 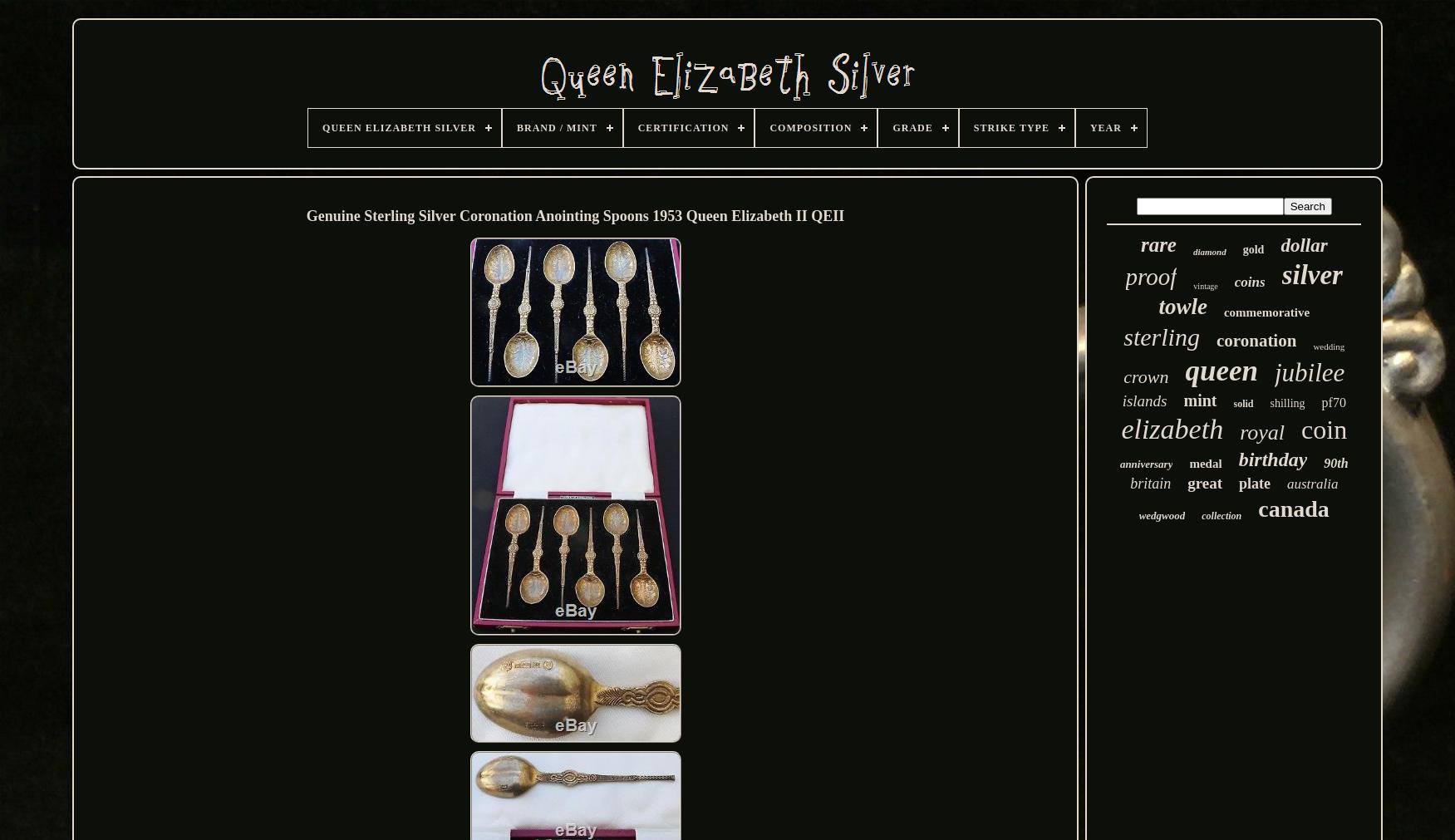 What do you see at coordinates (1255, 484) in the screenshot?
I see `'plate'` at bounding box center [1255, 484].